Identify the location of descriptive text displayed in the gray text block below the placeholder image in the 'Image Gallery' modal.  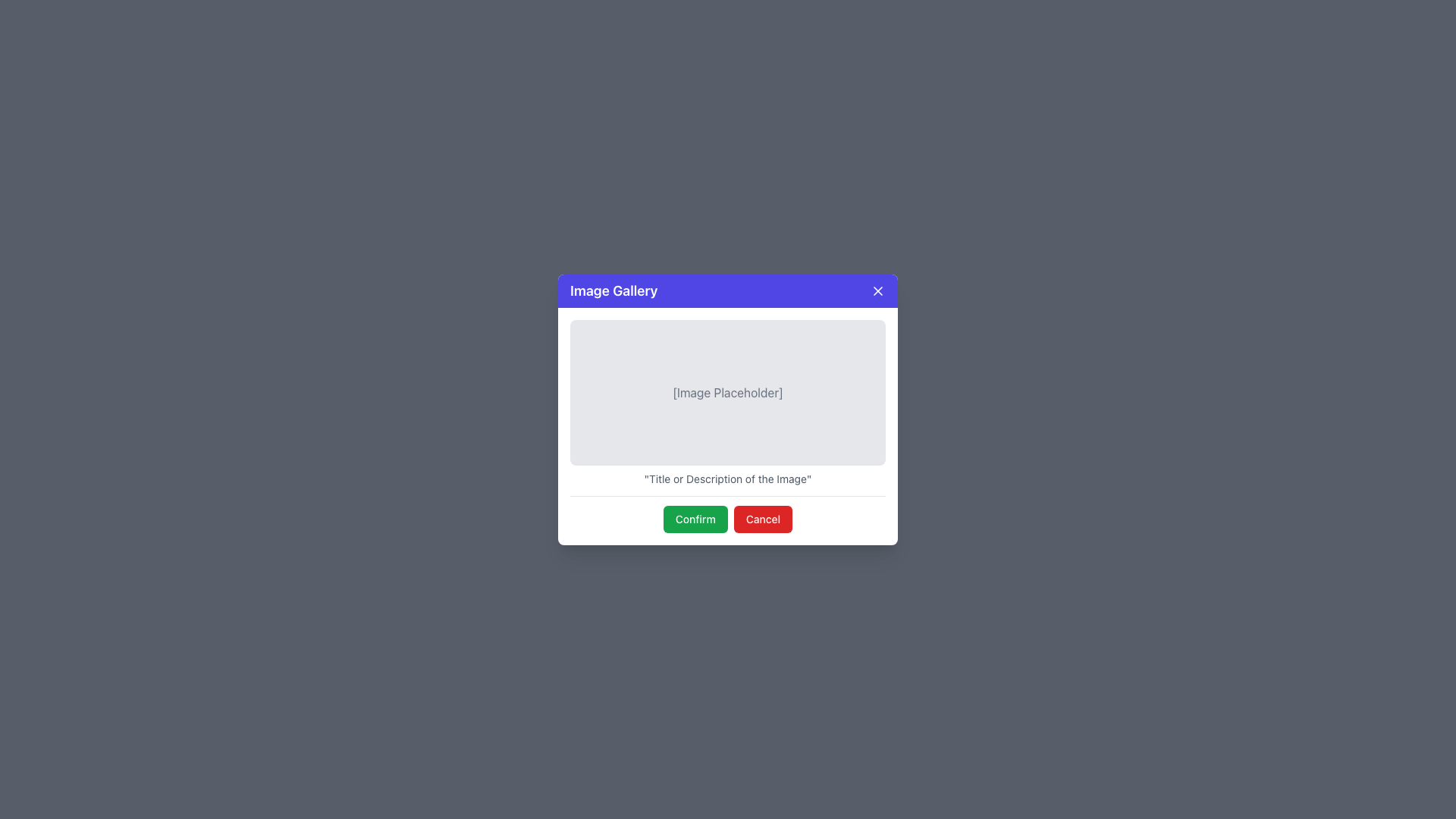
(728, 479).